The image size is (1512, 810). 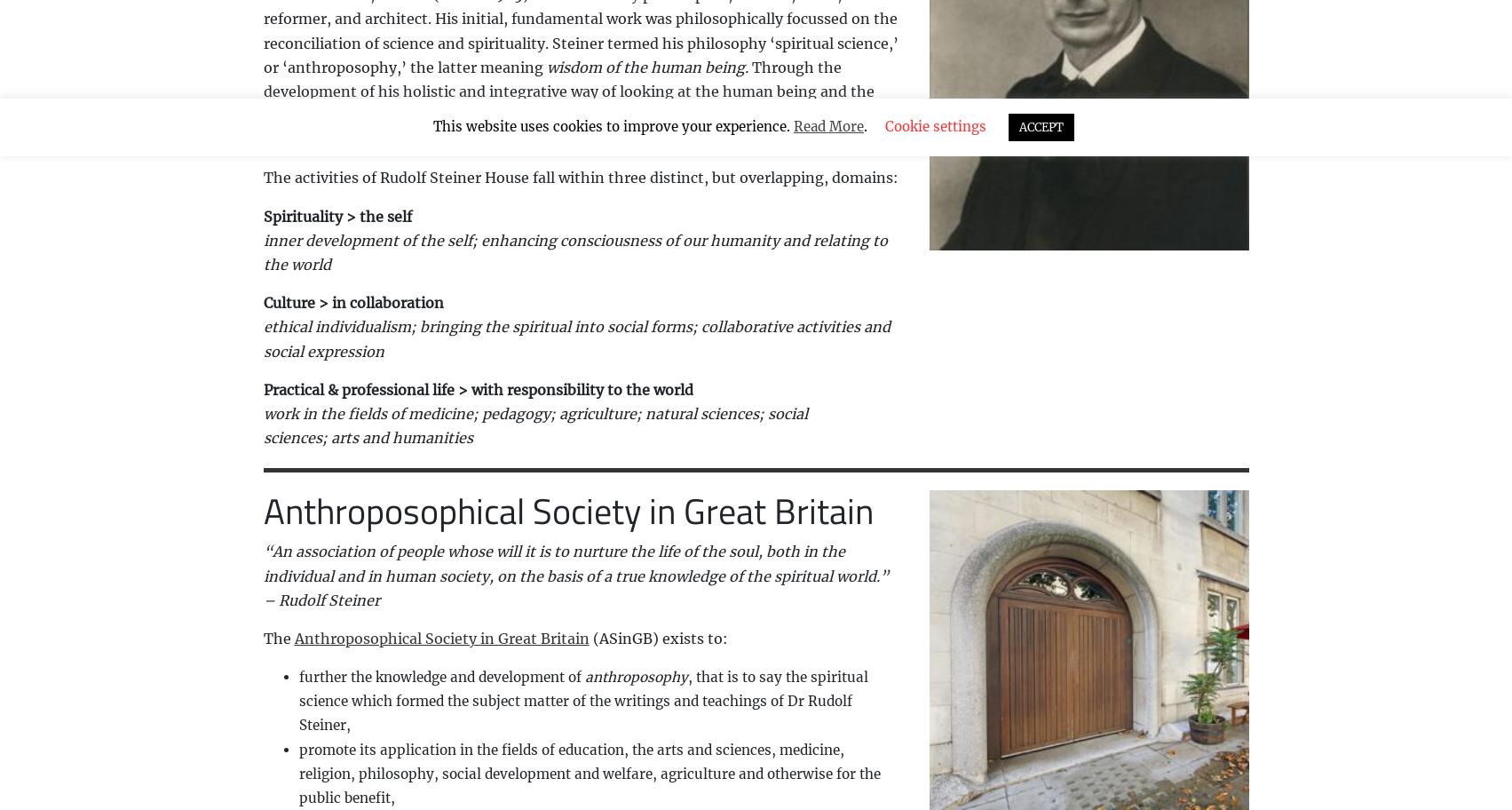 I want to click on 'promote its application in the fields of education, the arts and sciences, medicine, religion, philosophy, social development and welfare, agriculture and otherwise for the public benefit,', so click(x=588, y=773).